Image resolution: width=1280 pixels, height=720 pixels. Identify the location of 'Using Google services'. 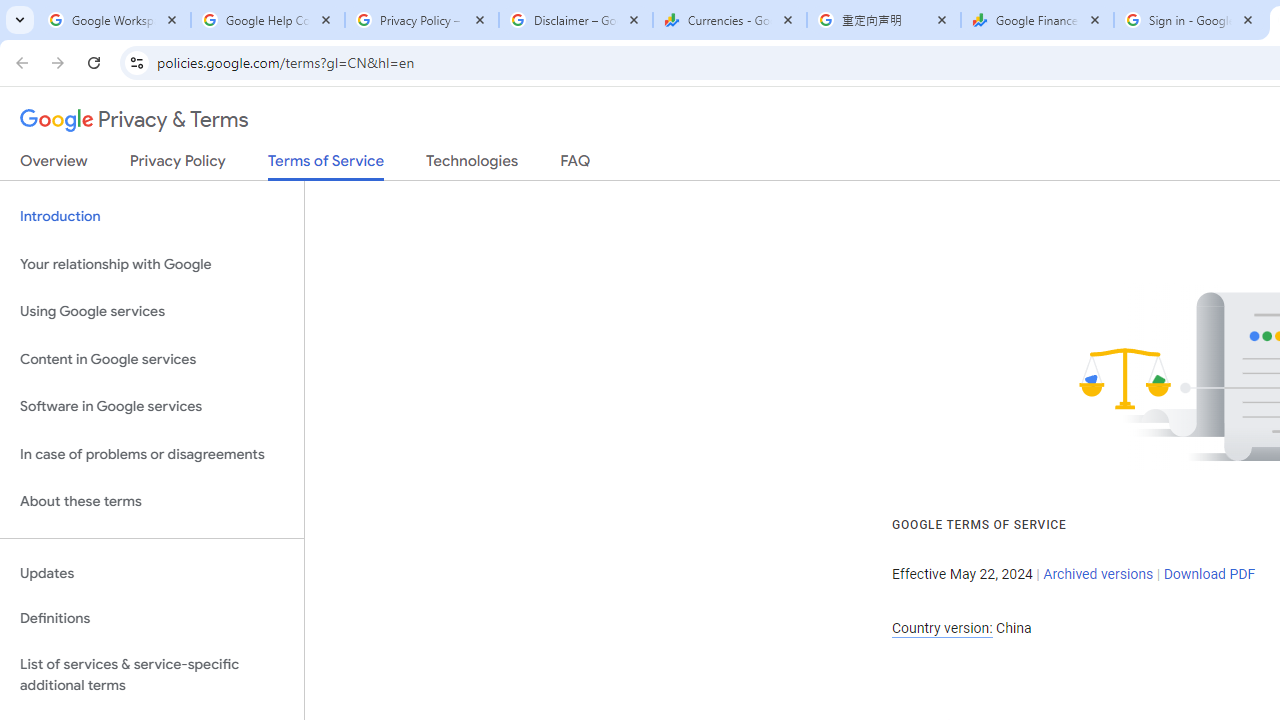
(151, 312).